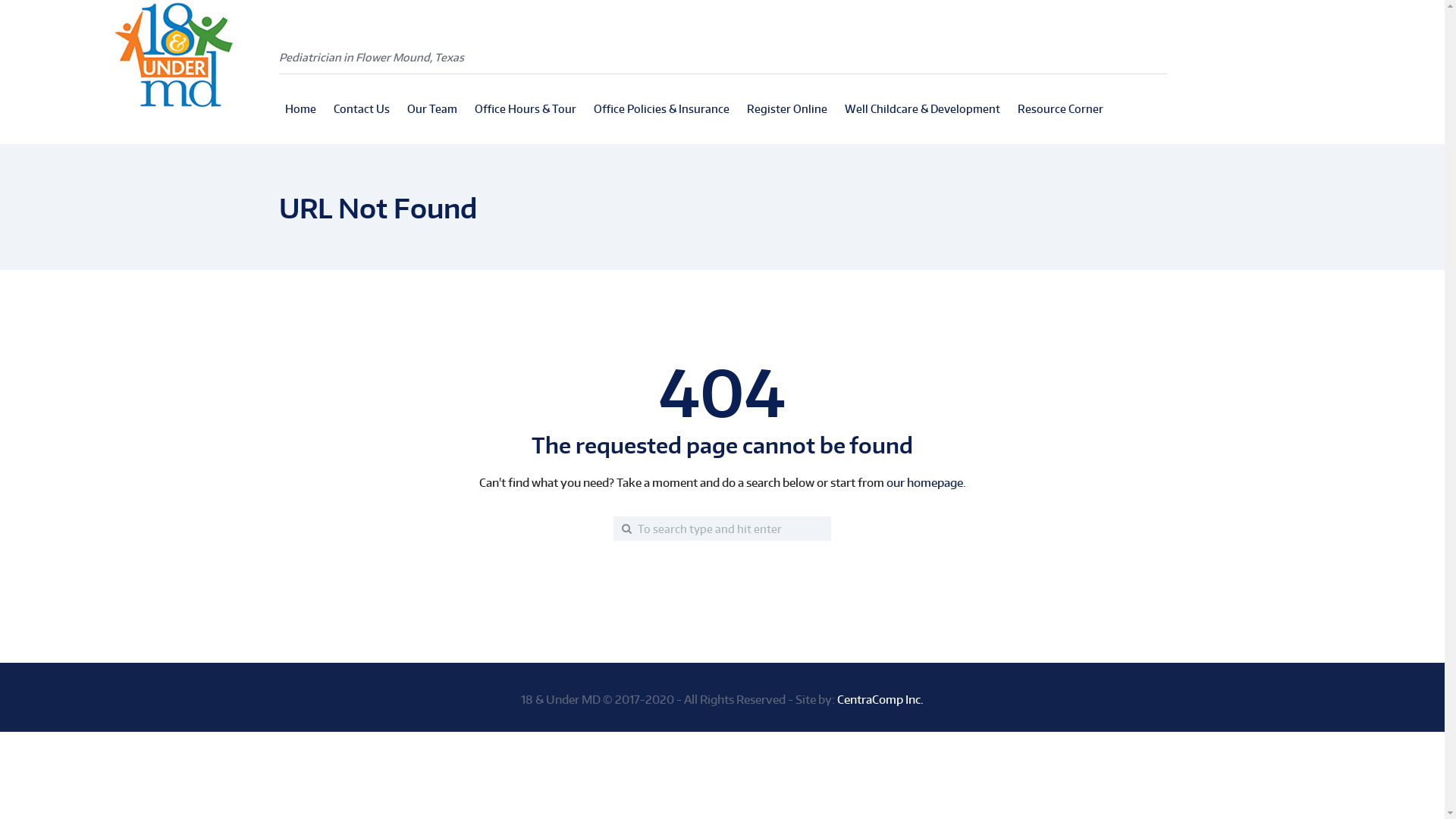 This screenshot has width=1456, height=819. I want to click on 'Office Hours & Tour', so click(525, 108).